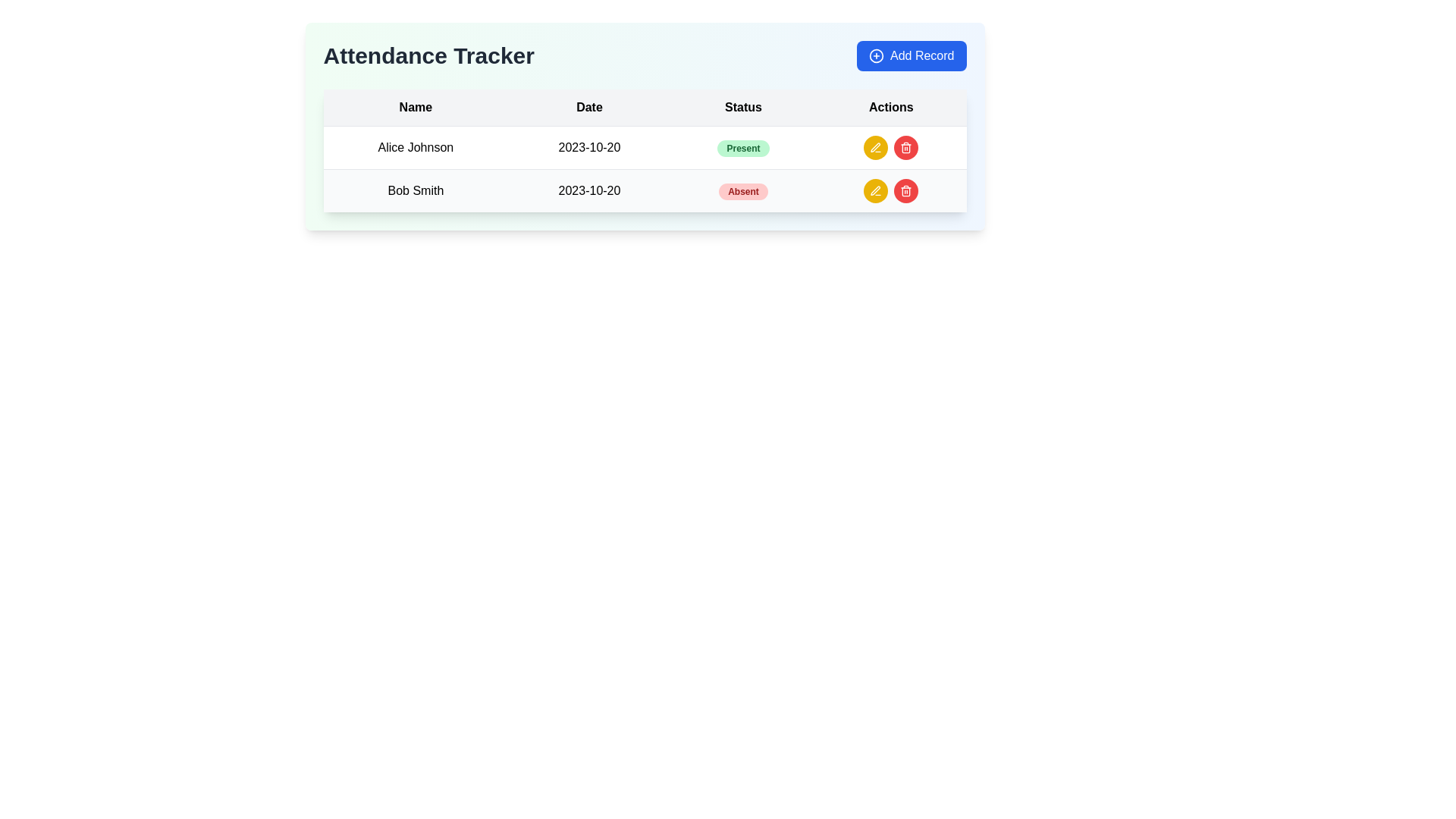  What do you see at coordinates (906, 148) in the screenshot?
I see `the delete icon button located in the 'Actions' column of the second row in the table` at bounding box center [906, 148].